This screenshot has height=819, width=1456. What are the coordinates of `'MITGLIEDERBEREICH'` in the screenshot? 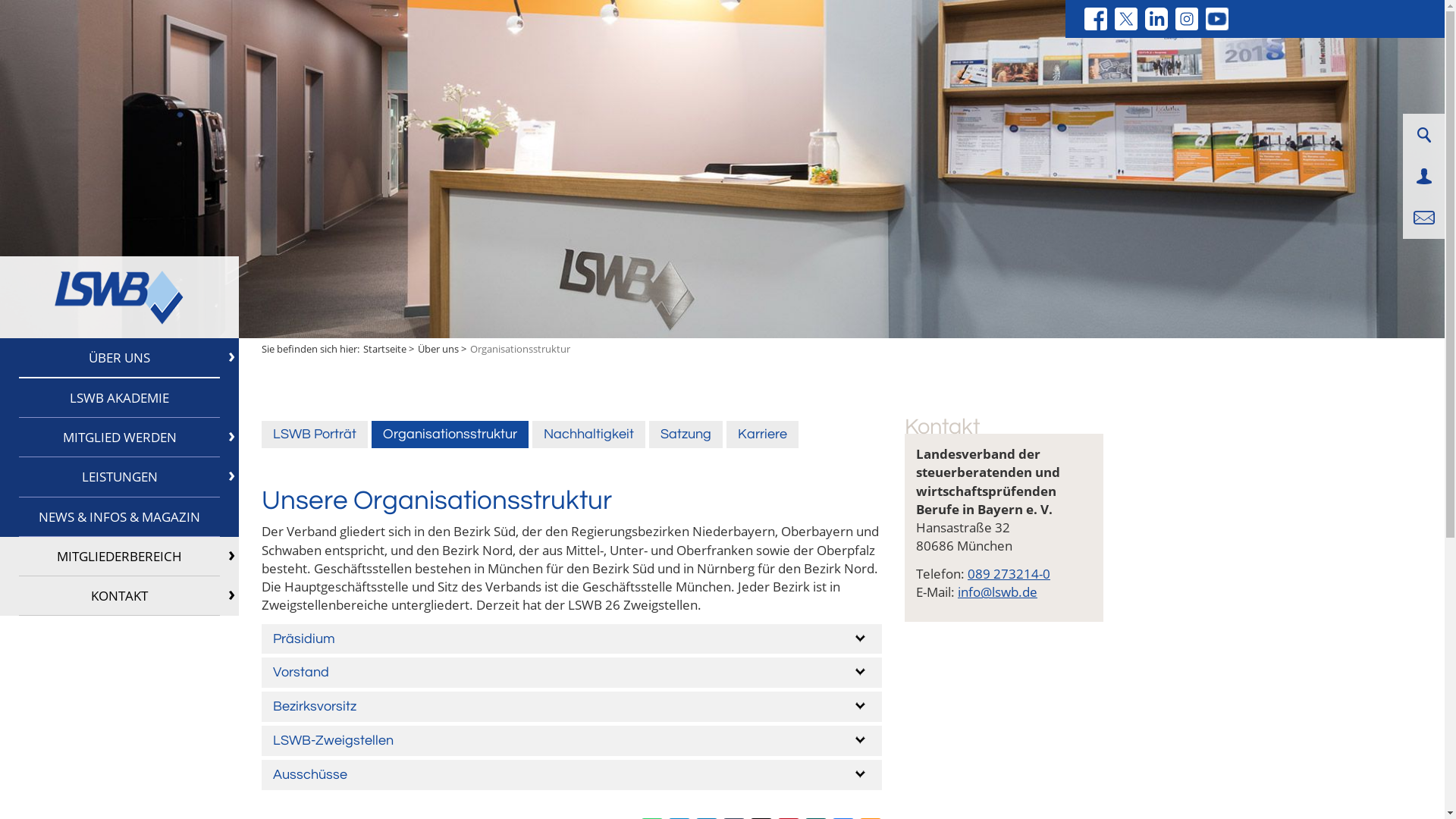 It's located at (118, 556).